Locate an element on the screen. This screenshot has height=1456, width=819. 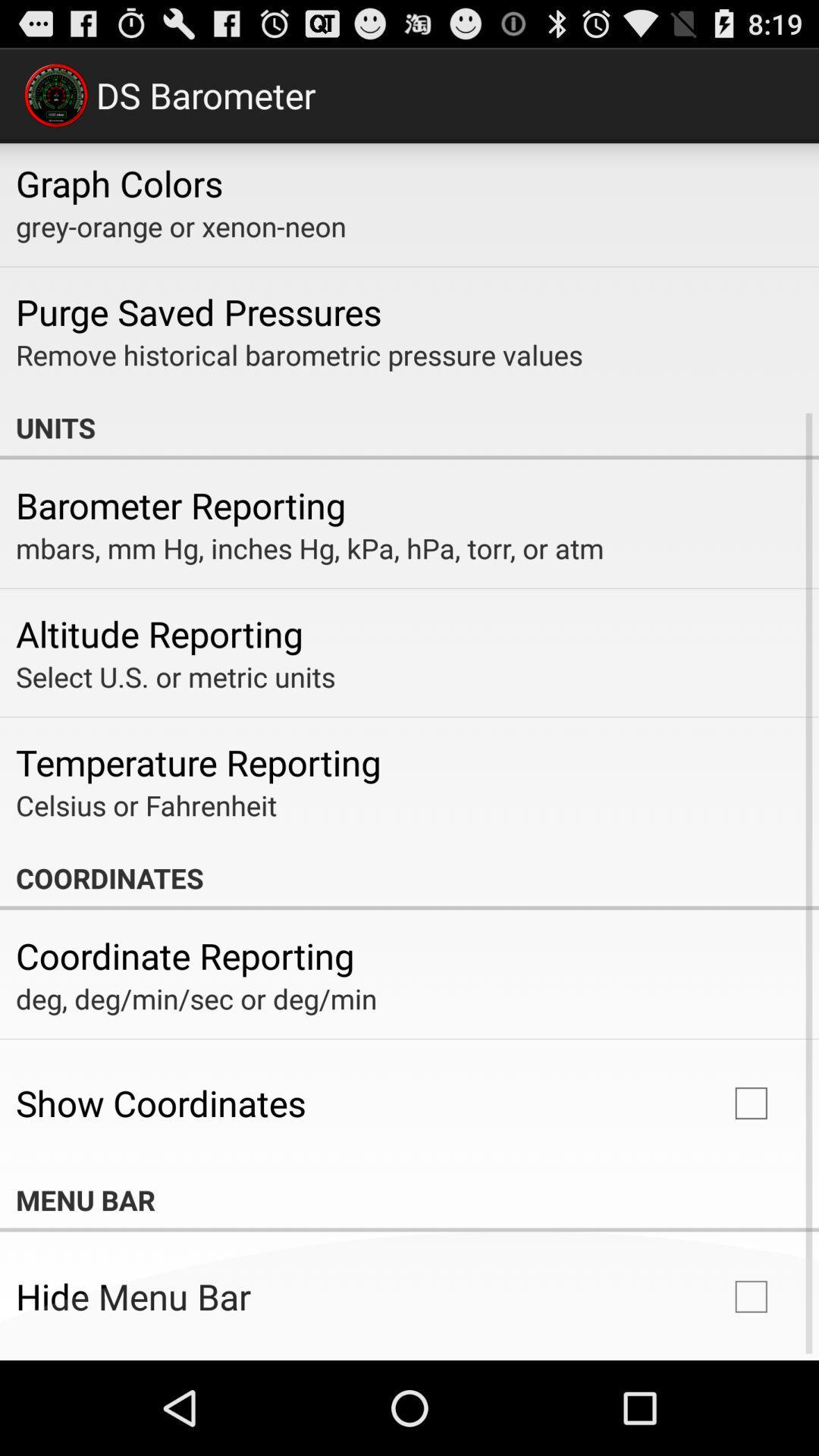
item below coordinates app is located at coordinates (184, 955).